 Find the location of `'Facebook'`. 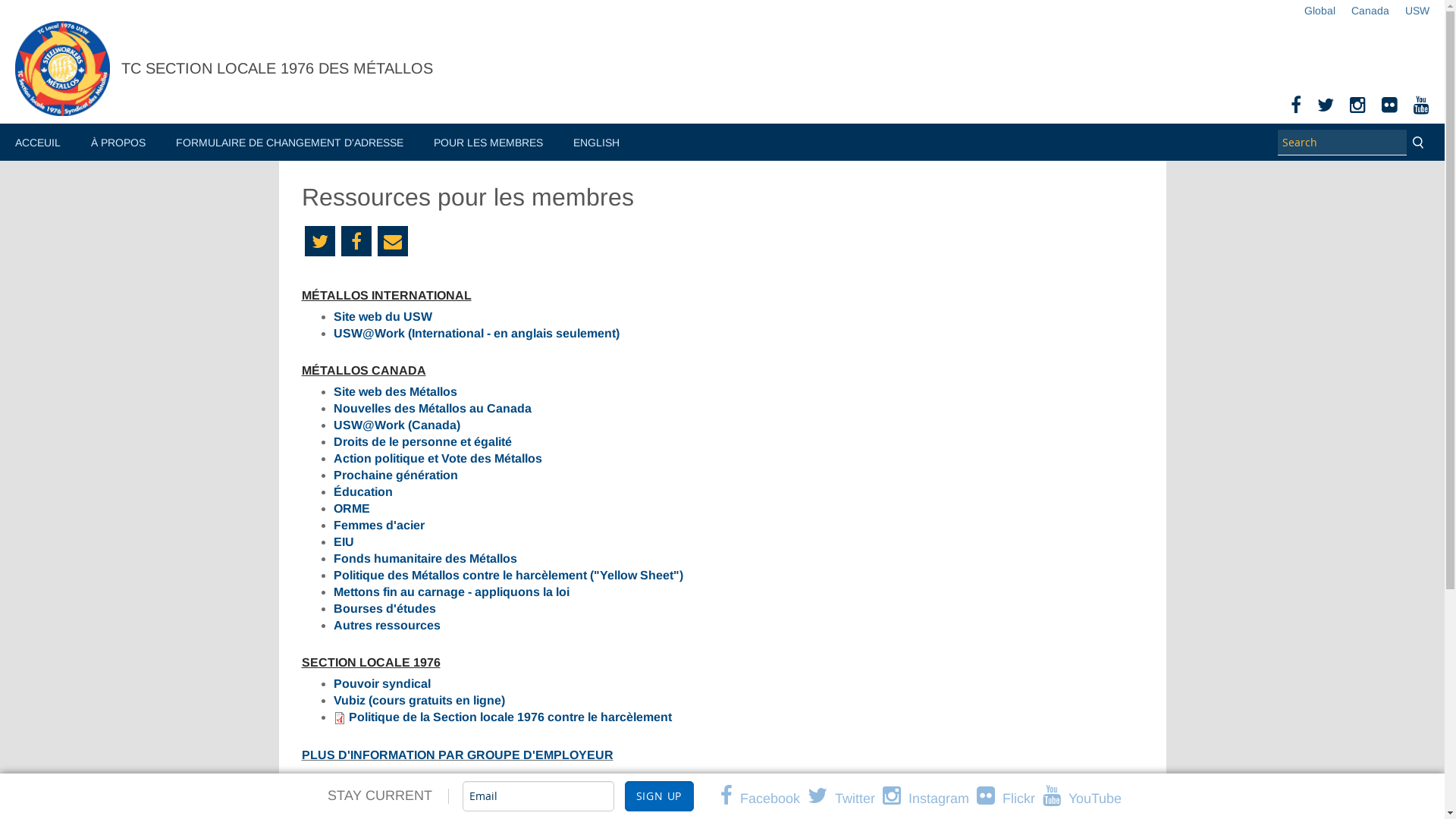

'Facebook' is located at coordinates (764, 798).